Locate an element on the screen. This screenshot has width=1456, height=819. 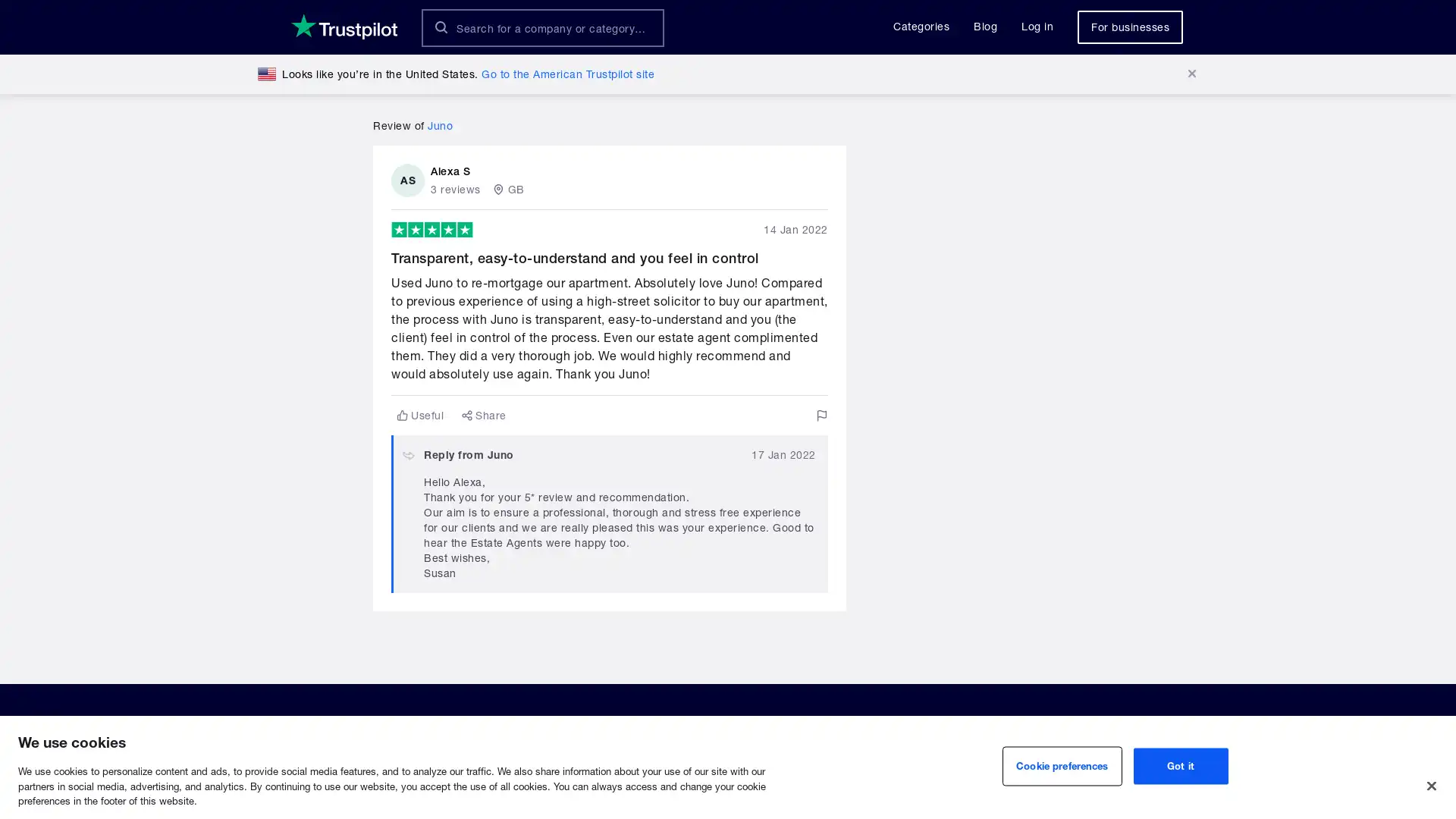
Cookie preferences is located at coordinates (1061, 766).